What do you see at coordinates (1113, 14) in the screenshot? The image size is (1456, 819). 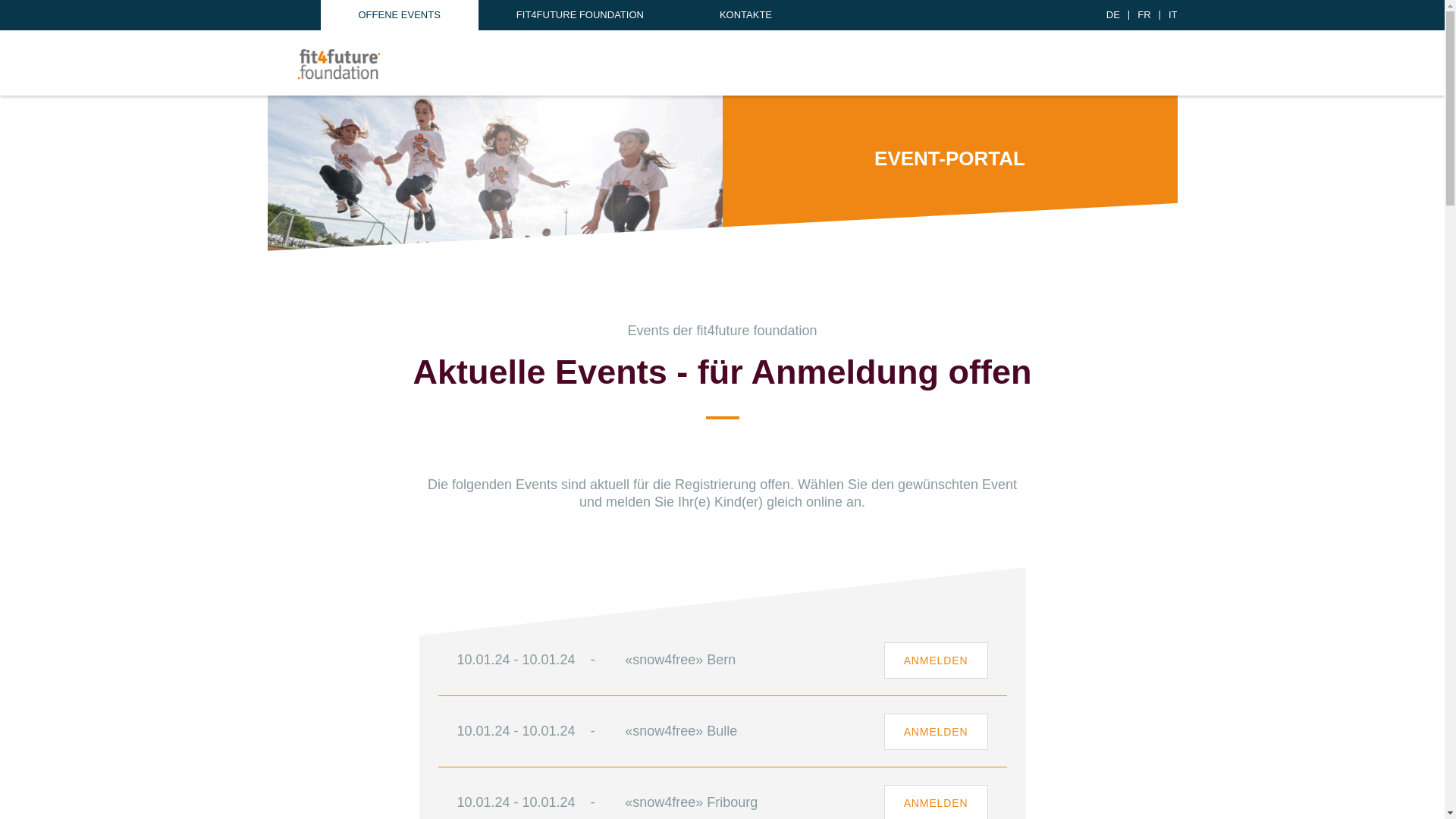 I see `'DE'` at bounding box center [1113, 14].